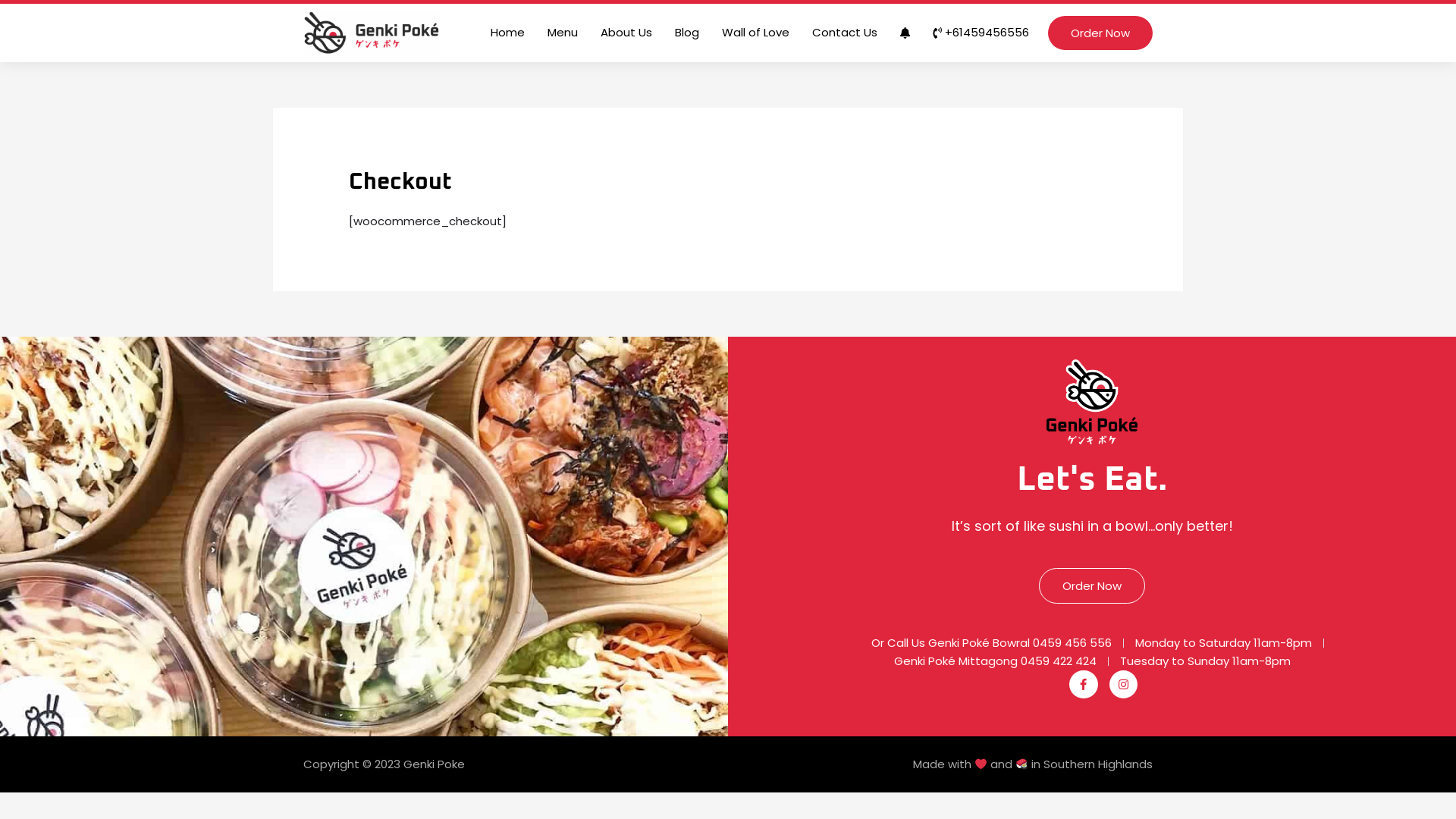  Describe the element at coordinates (920, 32) in the screenshot. I see `'+61459456556'` at that location.